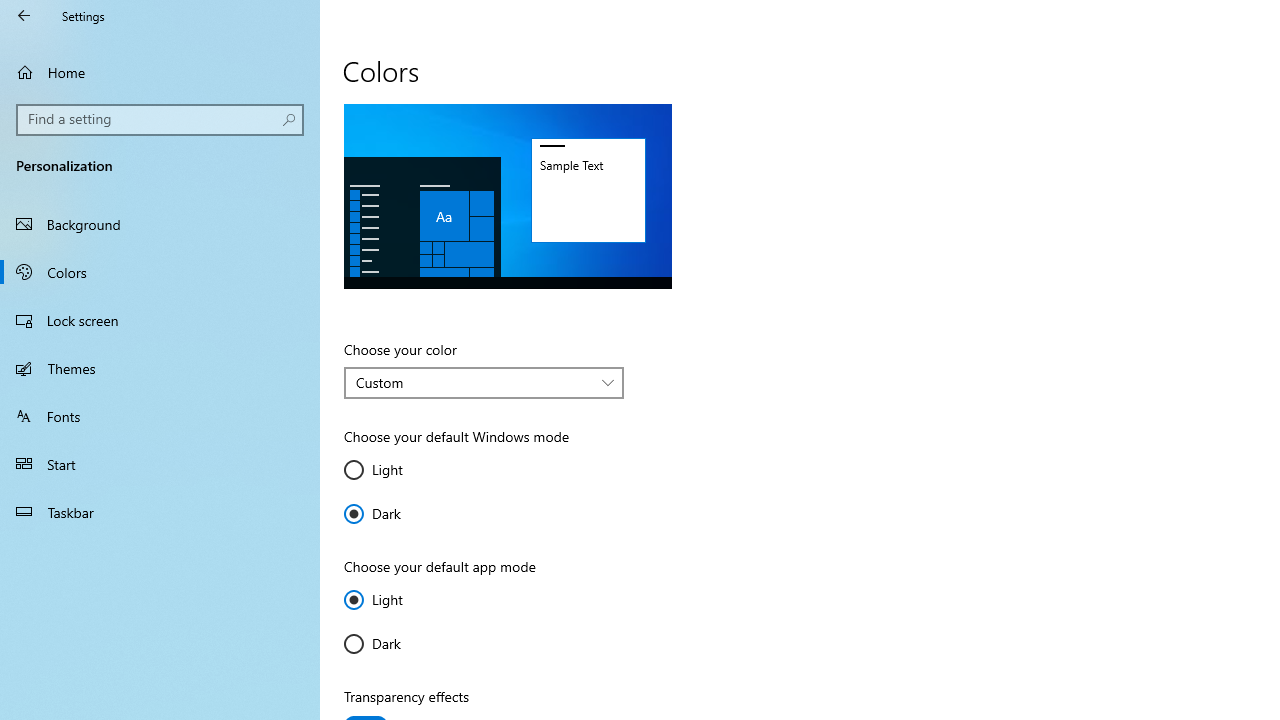 The width and height of the screenshot is (1280, 720). What do you see at coordinates (160, 414) in the screenshot?
I see `'Fonts'` at bounding box center [160, 414].